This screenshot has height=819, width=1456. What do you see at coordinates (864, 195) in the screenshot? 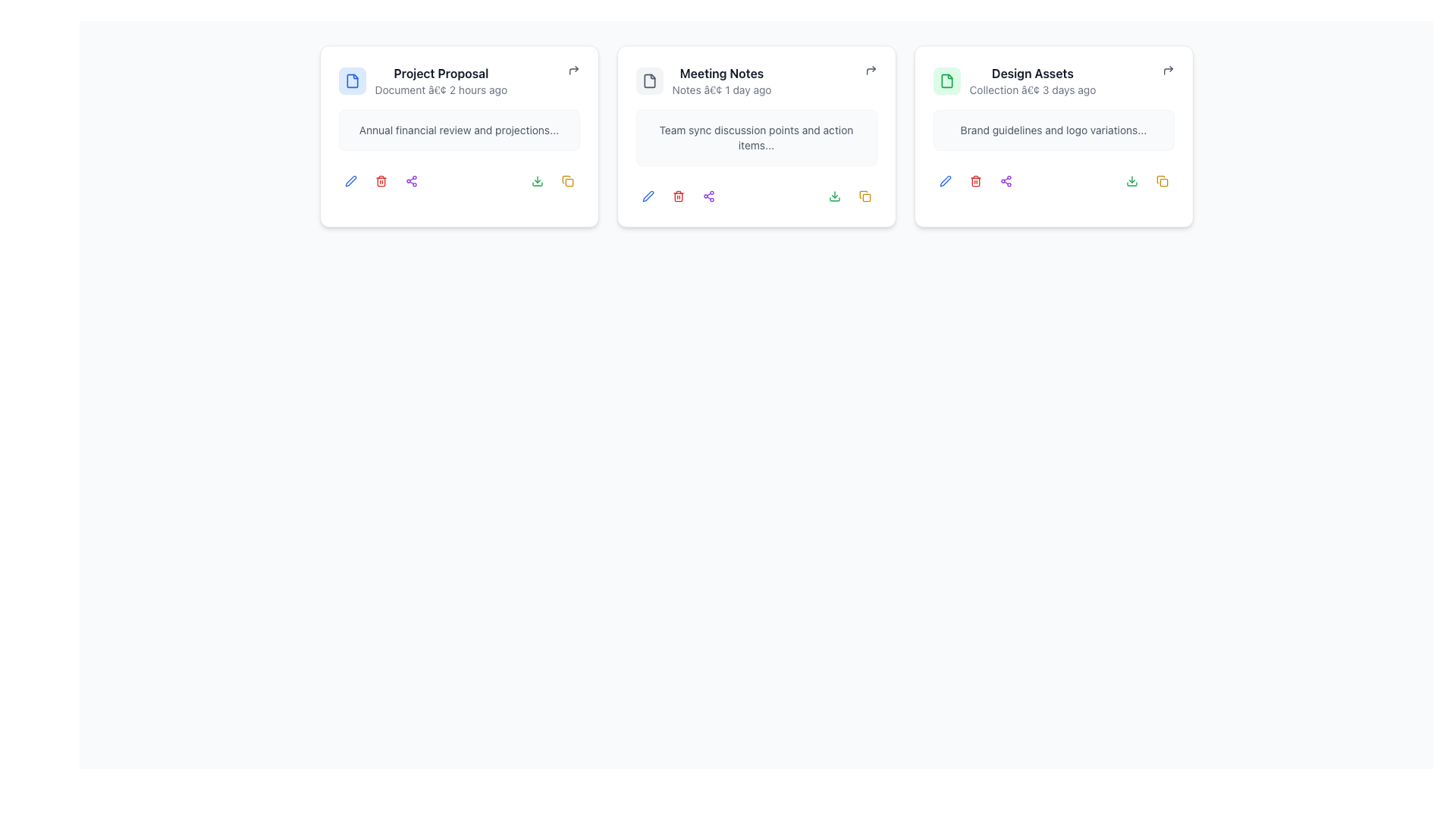
I see `the 'copy' icon within the button located at the lower-right corner of the 'Design Assets' card` at bounding box center [864, 195].